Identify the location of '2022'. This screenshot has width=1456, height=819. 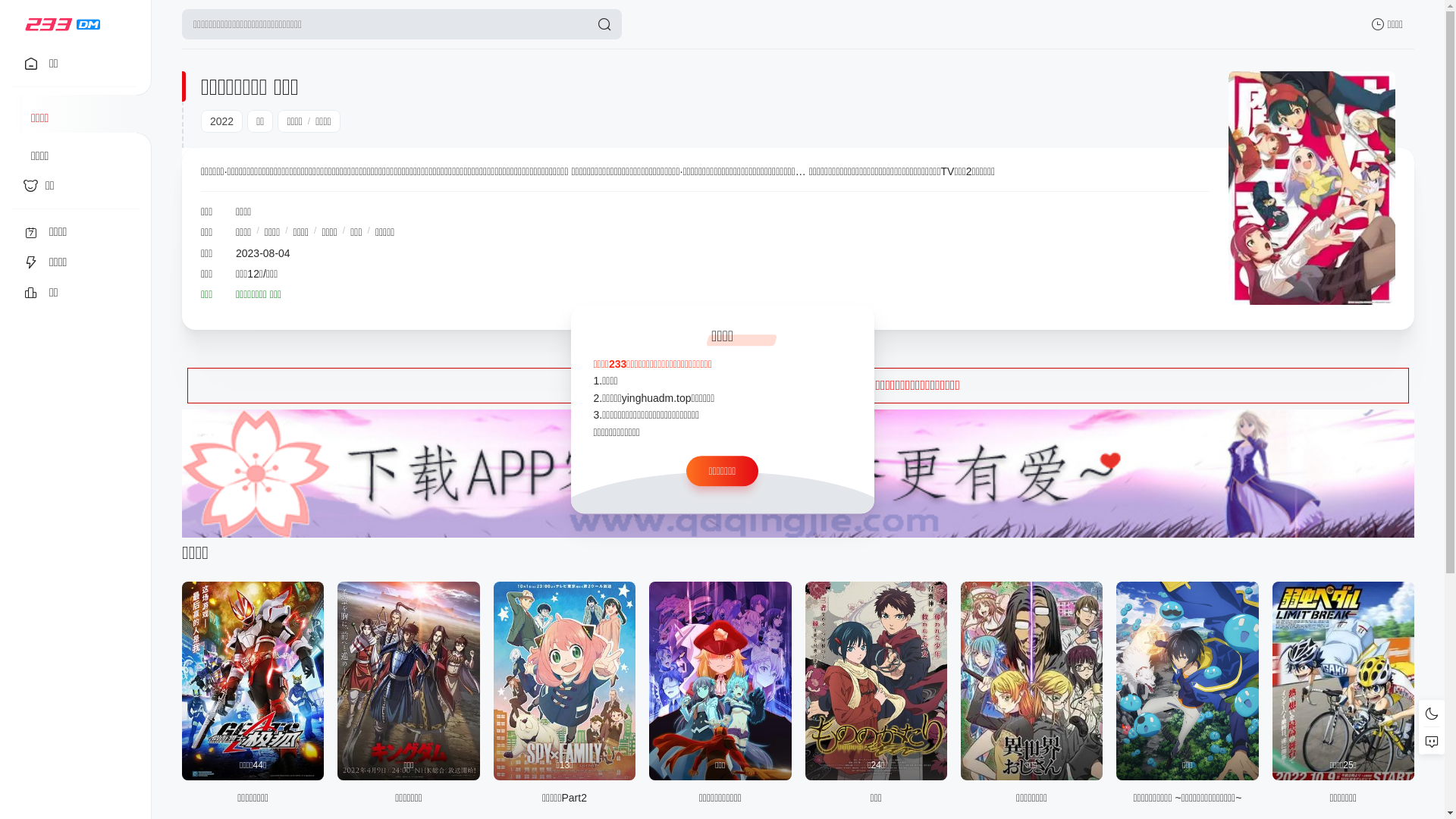
(209, 120).